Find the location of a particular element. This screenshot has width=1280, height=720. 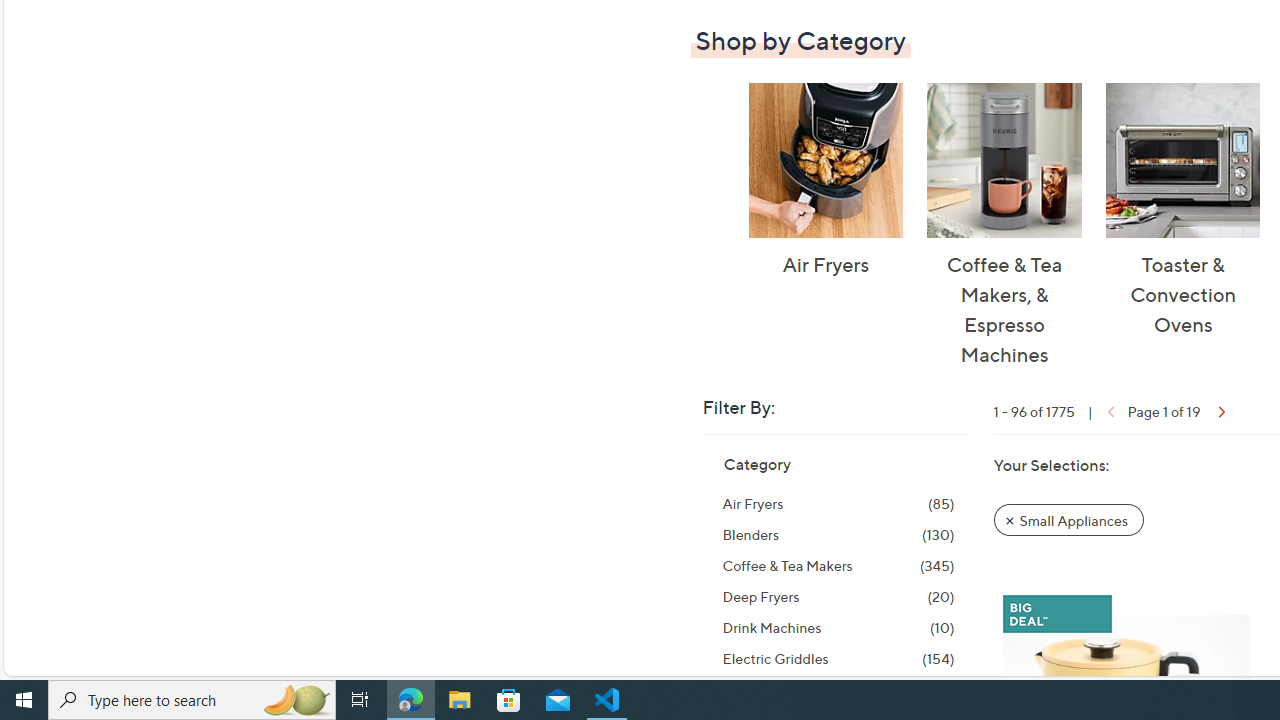

'Next Page' is located at coordinates (1218, 409).